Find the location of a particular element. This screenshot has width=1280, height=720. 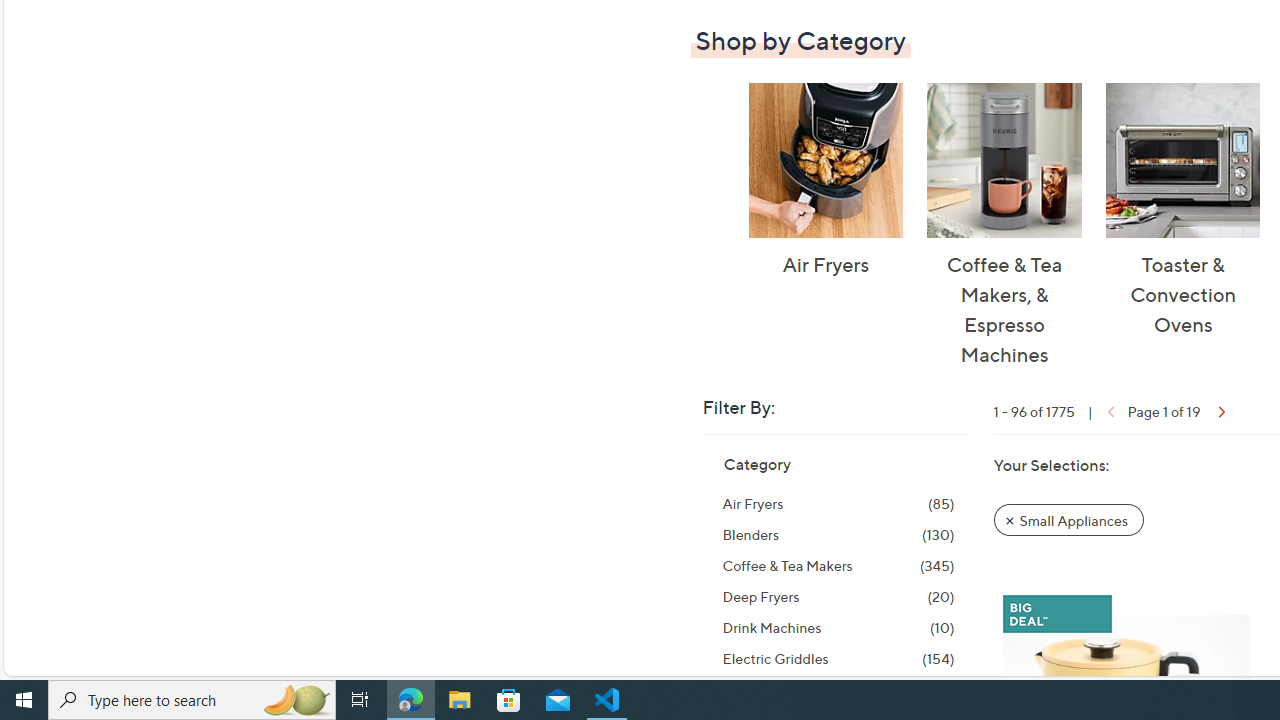

'Next Page' is located at coordinates (1218, 409).